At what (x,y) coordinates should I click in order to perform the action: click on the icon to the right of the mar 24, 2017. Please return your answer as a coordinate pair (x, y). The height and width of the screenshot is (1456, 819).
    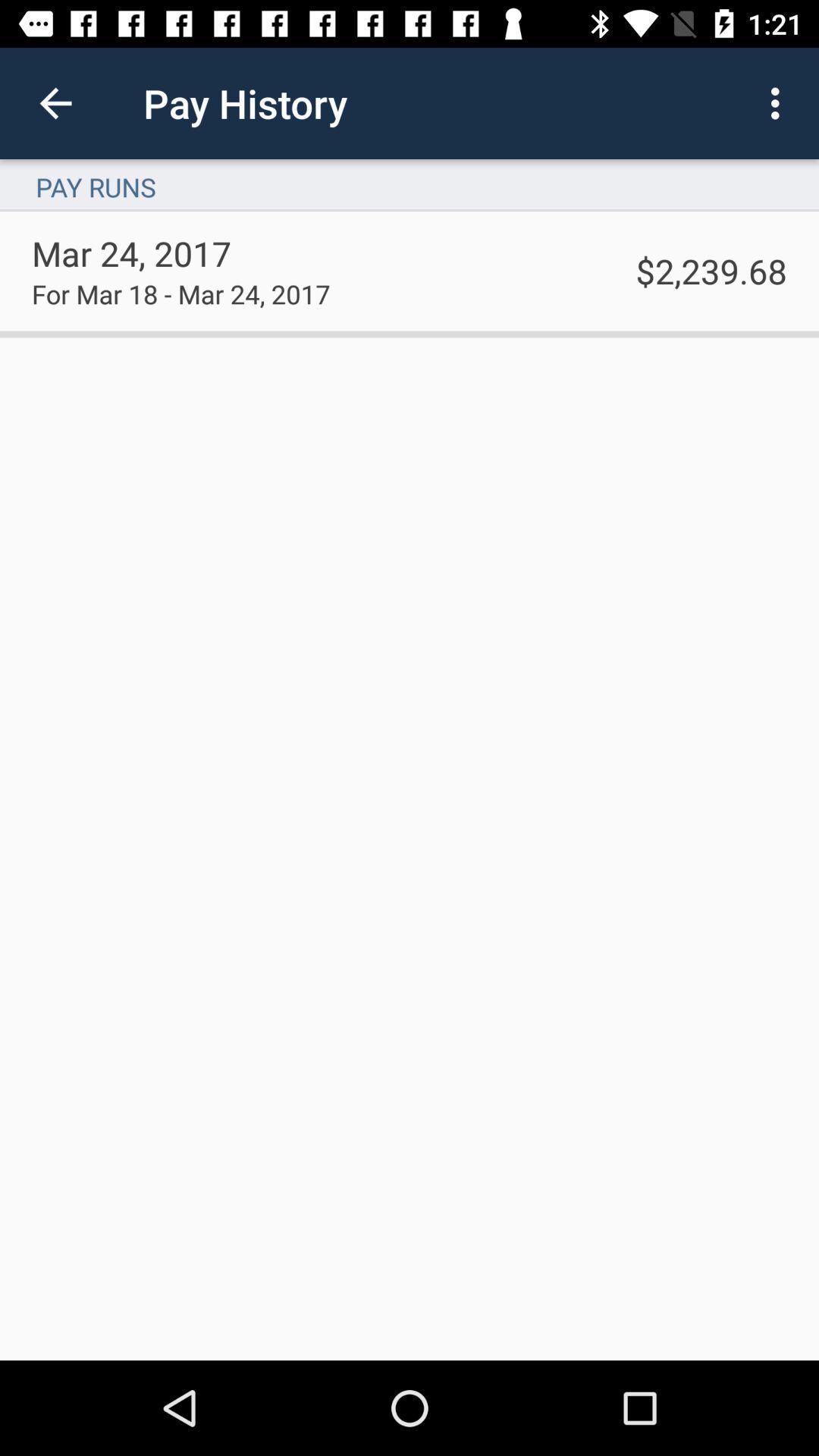
    Looking at the image, I should click on (711, 271).